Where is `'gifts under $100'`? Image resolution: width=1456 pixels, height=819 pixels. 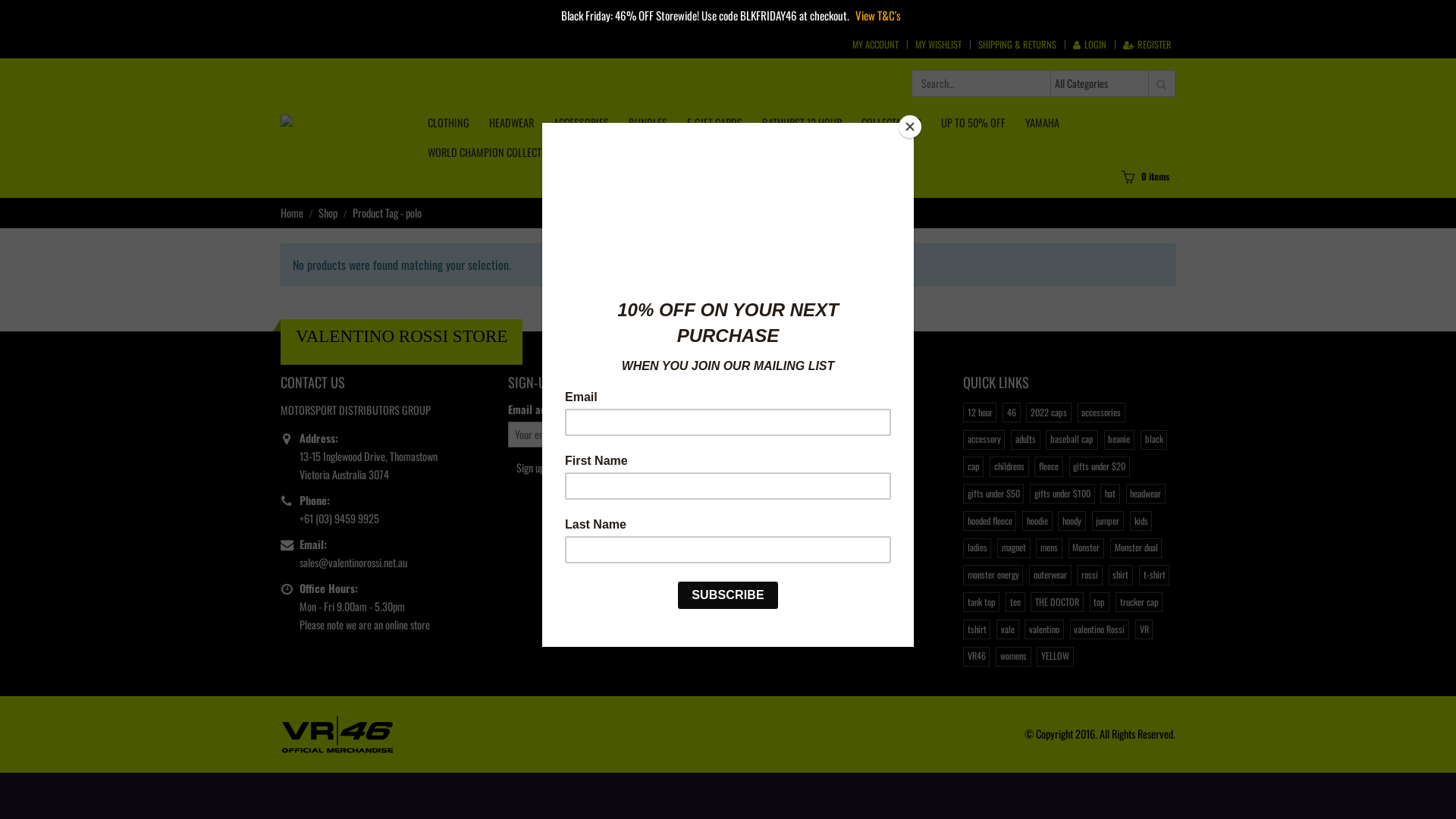 'gifts under $100' is located at coordinates (1061, 494).